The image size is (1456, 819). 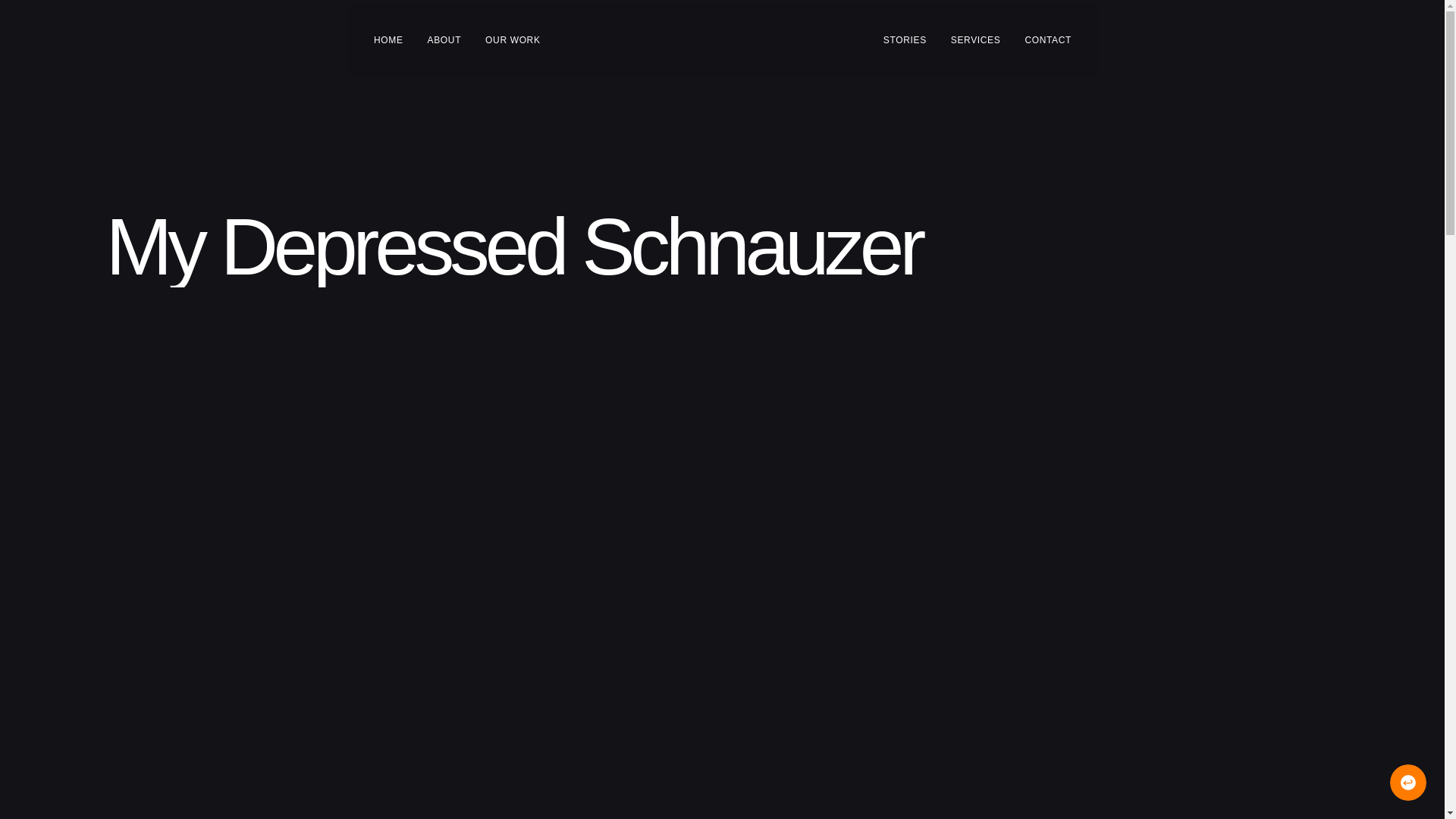 I want to click on 'SERVICES', so click(x=975, y=38).